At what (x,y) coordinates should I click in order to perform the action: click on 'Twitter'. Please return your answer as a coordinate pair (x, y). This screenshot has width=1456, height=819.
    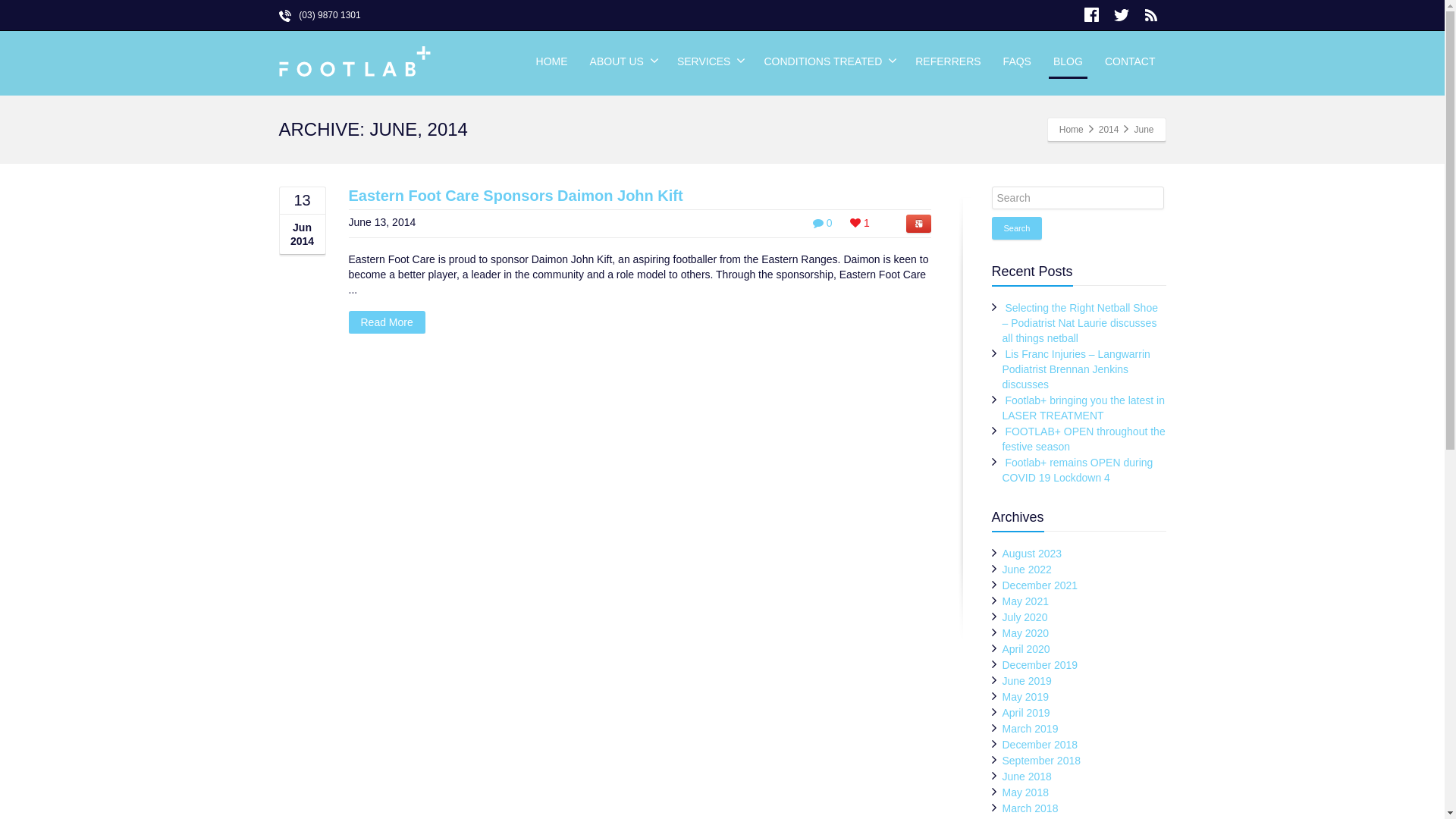
    Looking at the image, I should click on (1121, 14).